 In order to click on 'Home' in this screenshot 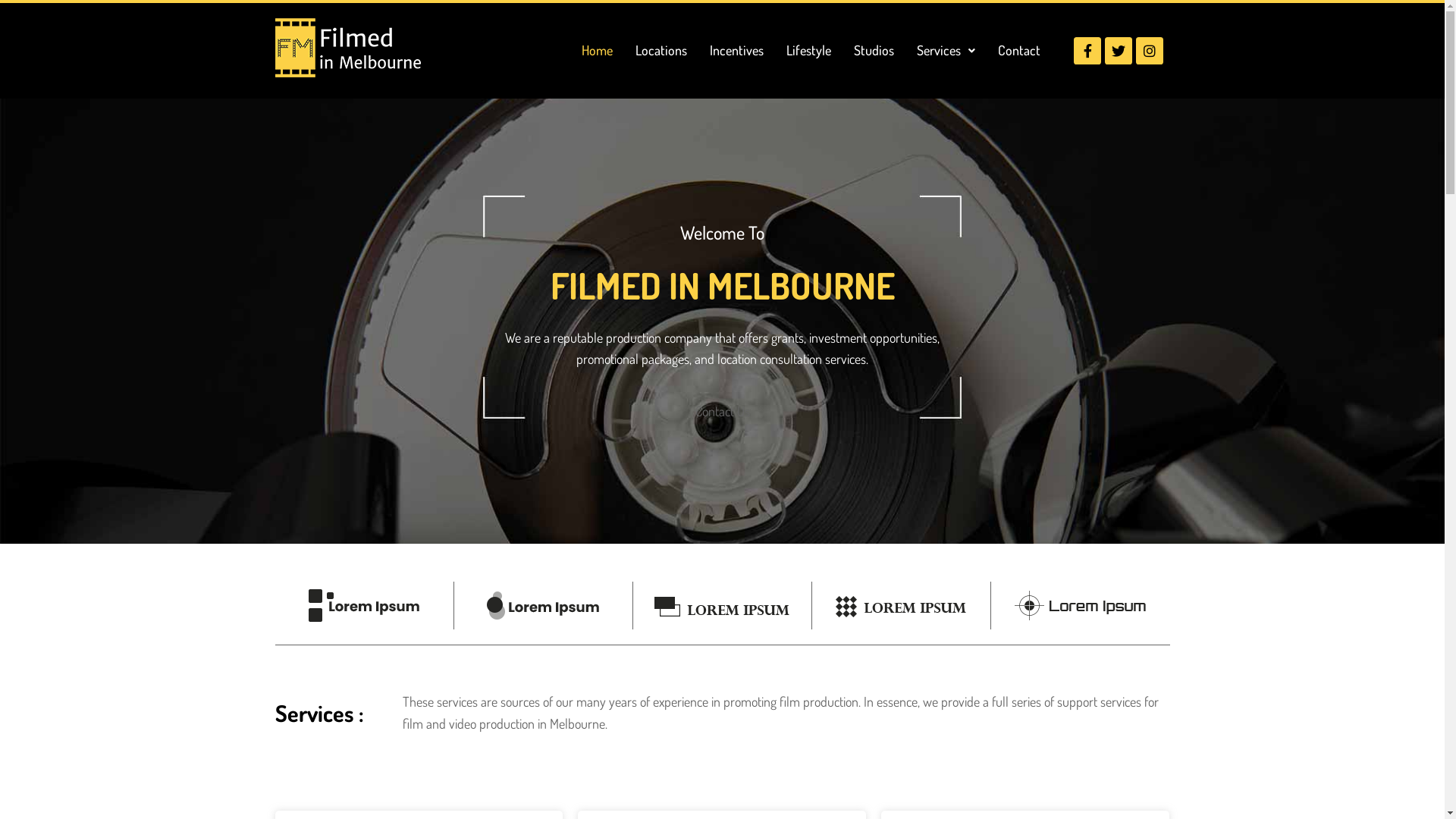, I will do `click(570, 49)`.